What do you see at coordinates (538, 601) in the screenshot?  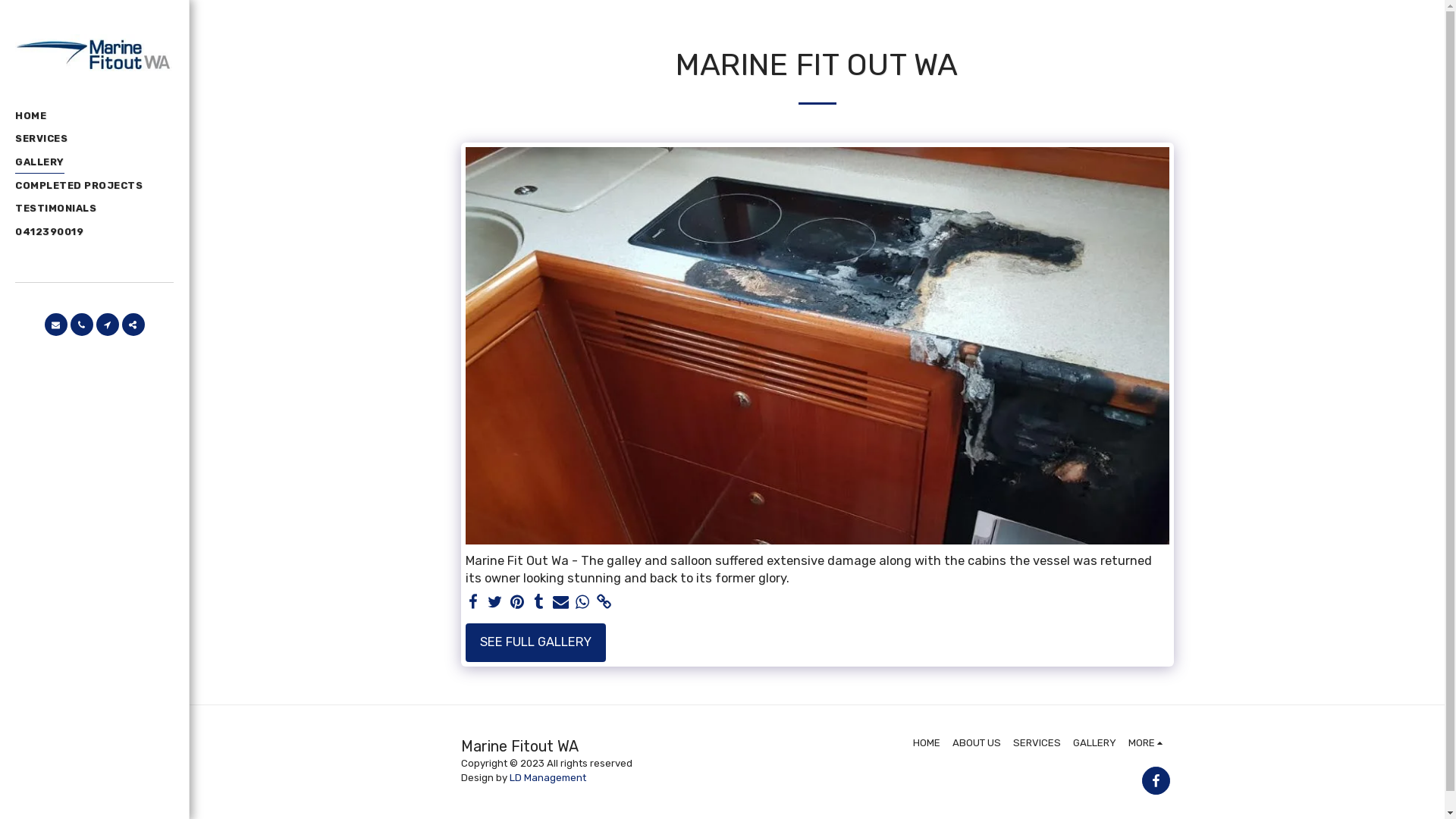 I see `' '` at bounding box center [538, 601].